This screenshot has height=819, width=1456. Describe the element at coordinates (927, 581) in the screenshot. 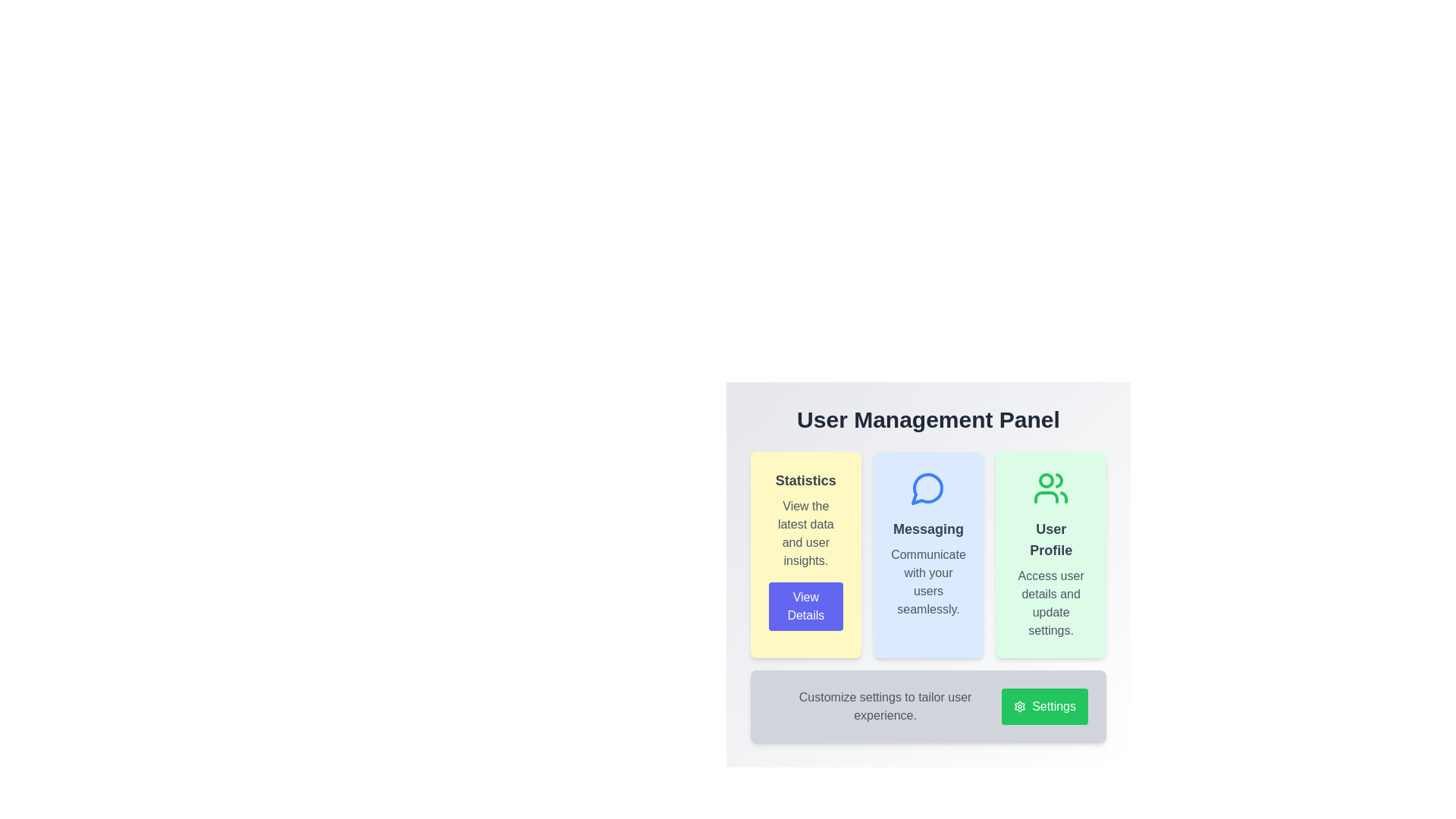

I see `the text label providing a brief description for the 'Messaging' feature, located below the 'Messaging' title within the 'Messaging' card` at that location.